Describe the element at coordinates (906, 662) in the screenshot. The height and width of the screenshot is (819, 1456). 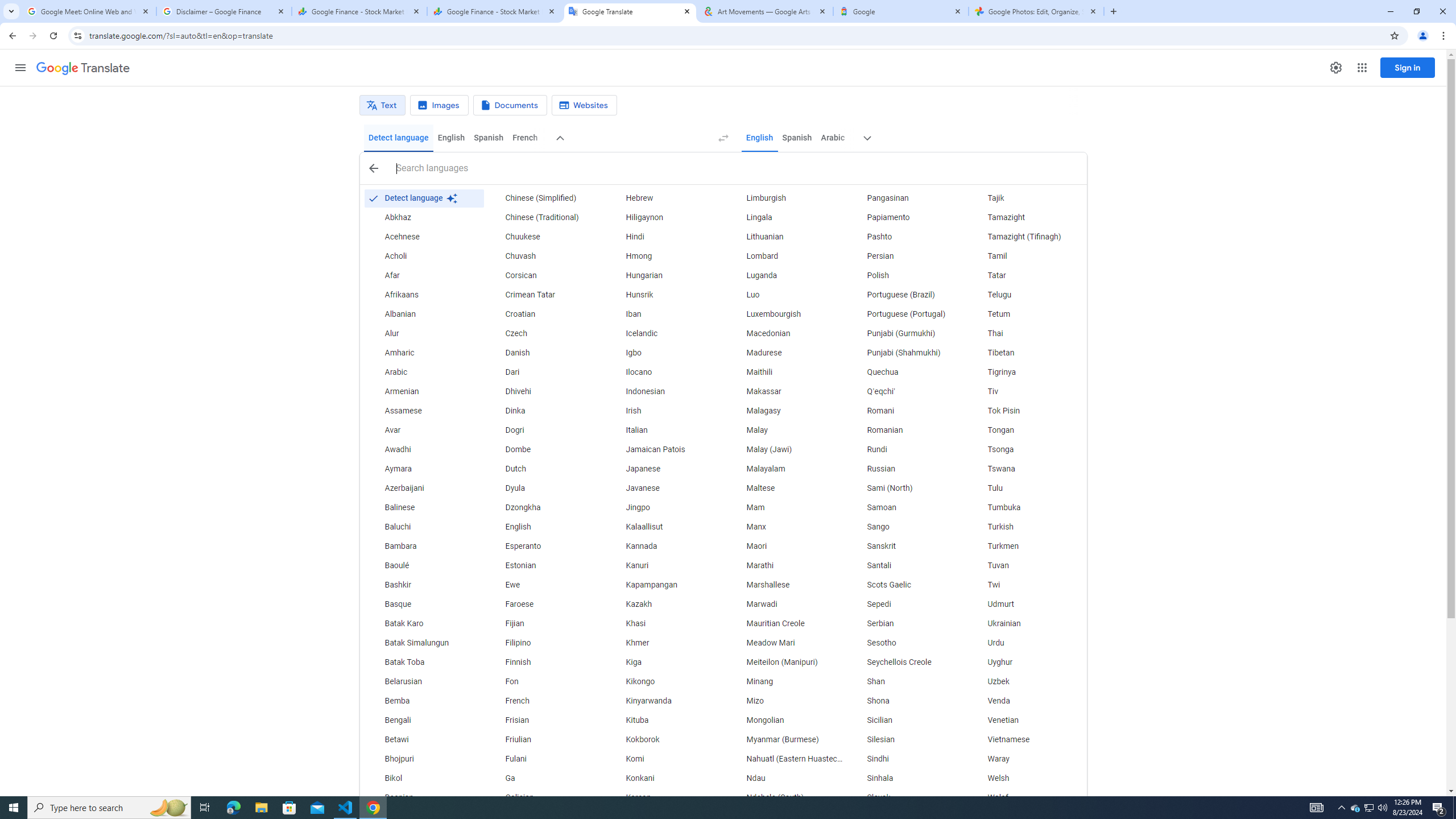
I see `'Seychellois Creole'` at that location.